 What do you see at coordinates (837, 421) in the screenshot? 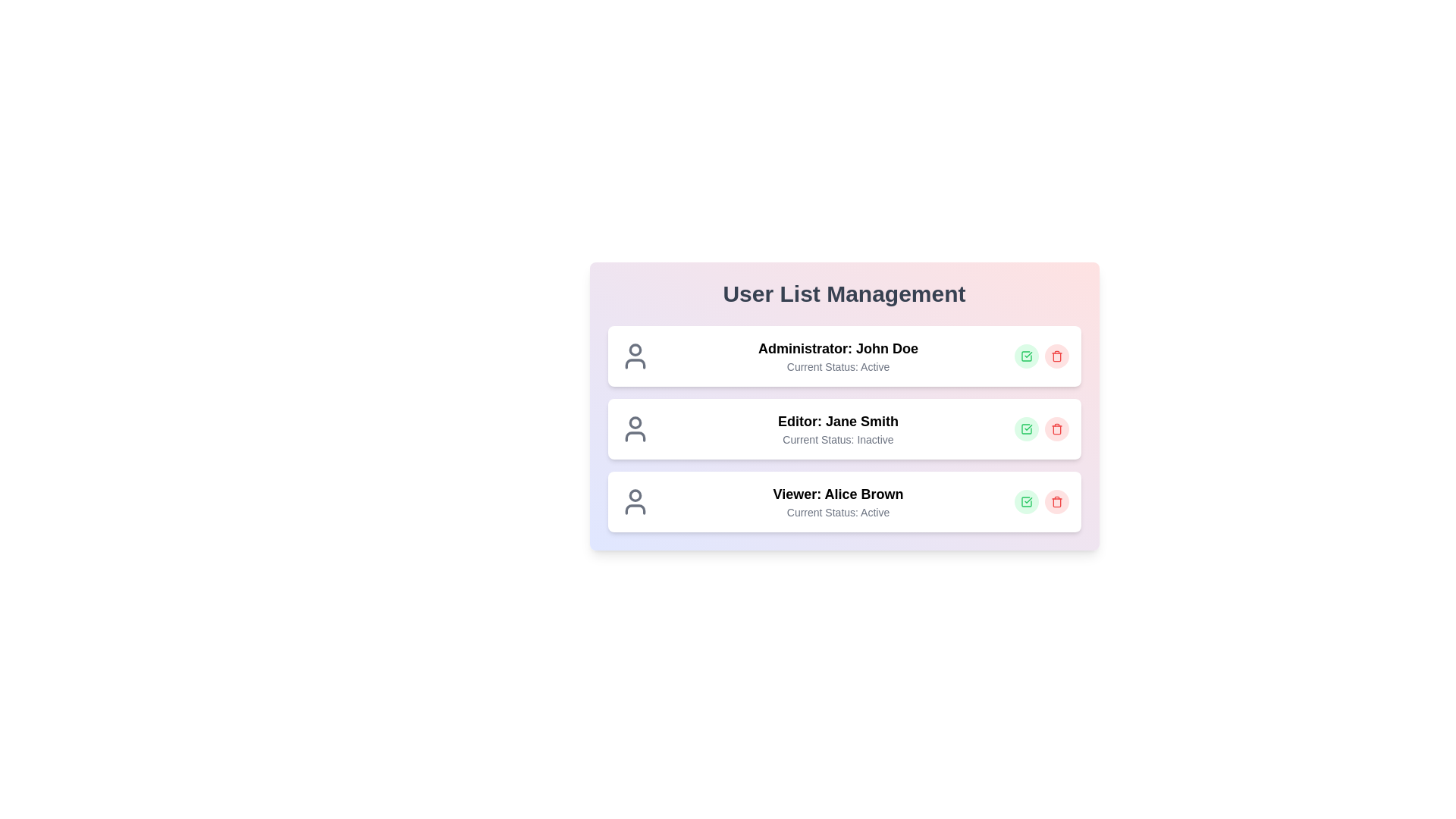
I see `the text label 'Editor: Jane Smith'` at bounding box center [837, 421].